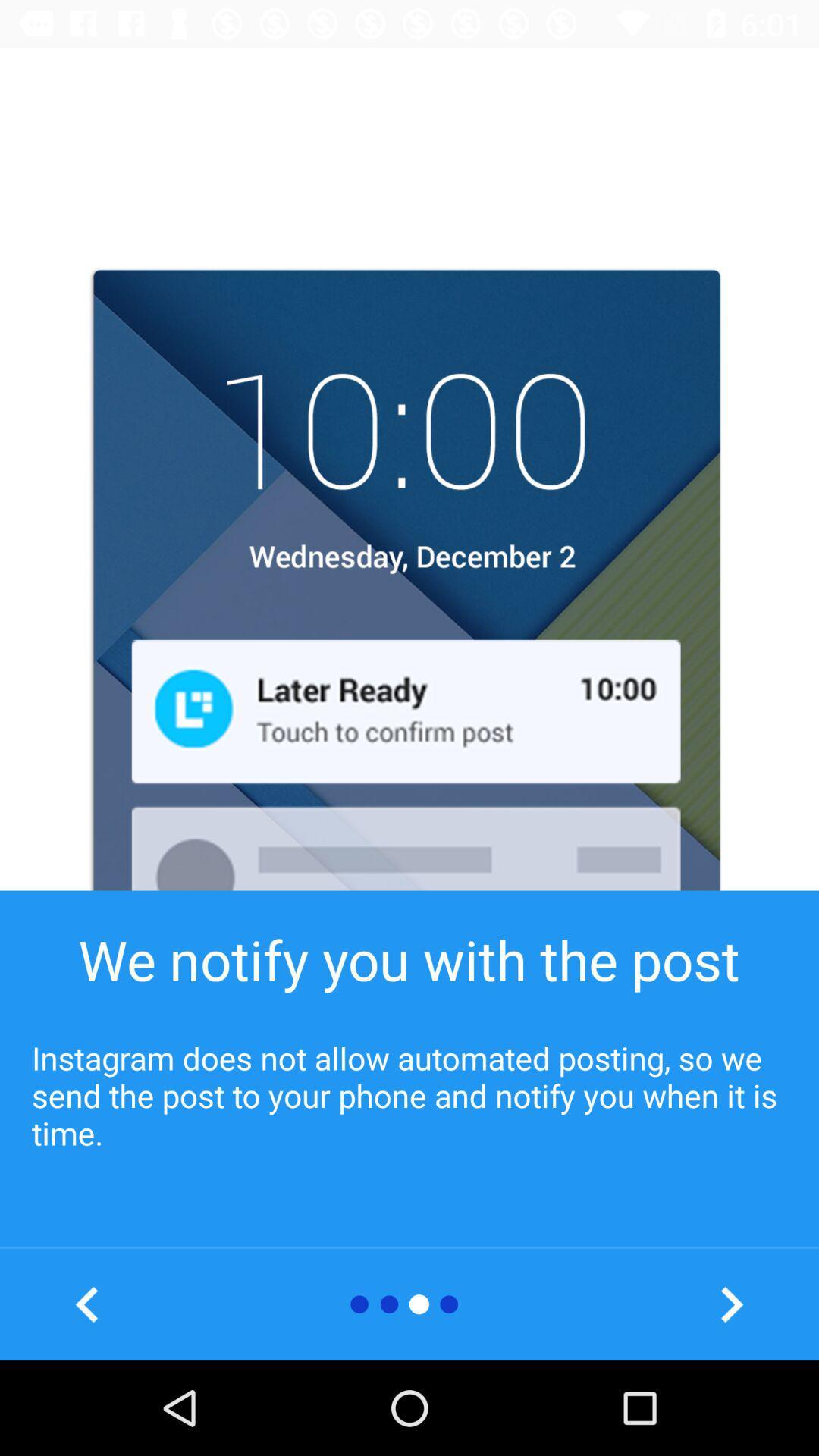 This screenshot has width=819, height=1456. Describe the element at coordinates (730, 1304) in the screenshot. I see `next screen` at that location.